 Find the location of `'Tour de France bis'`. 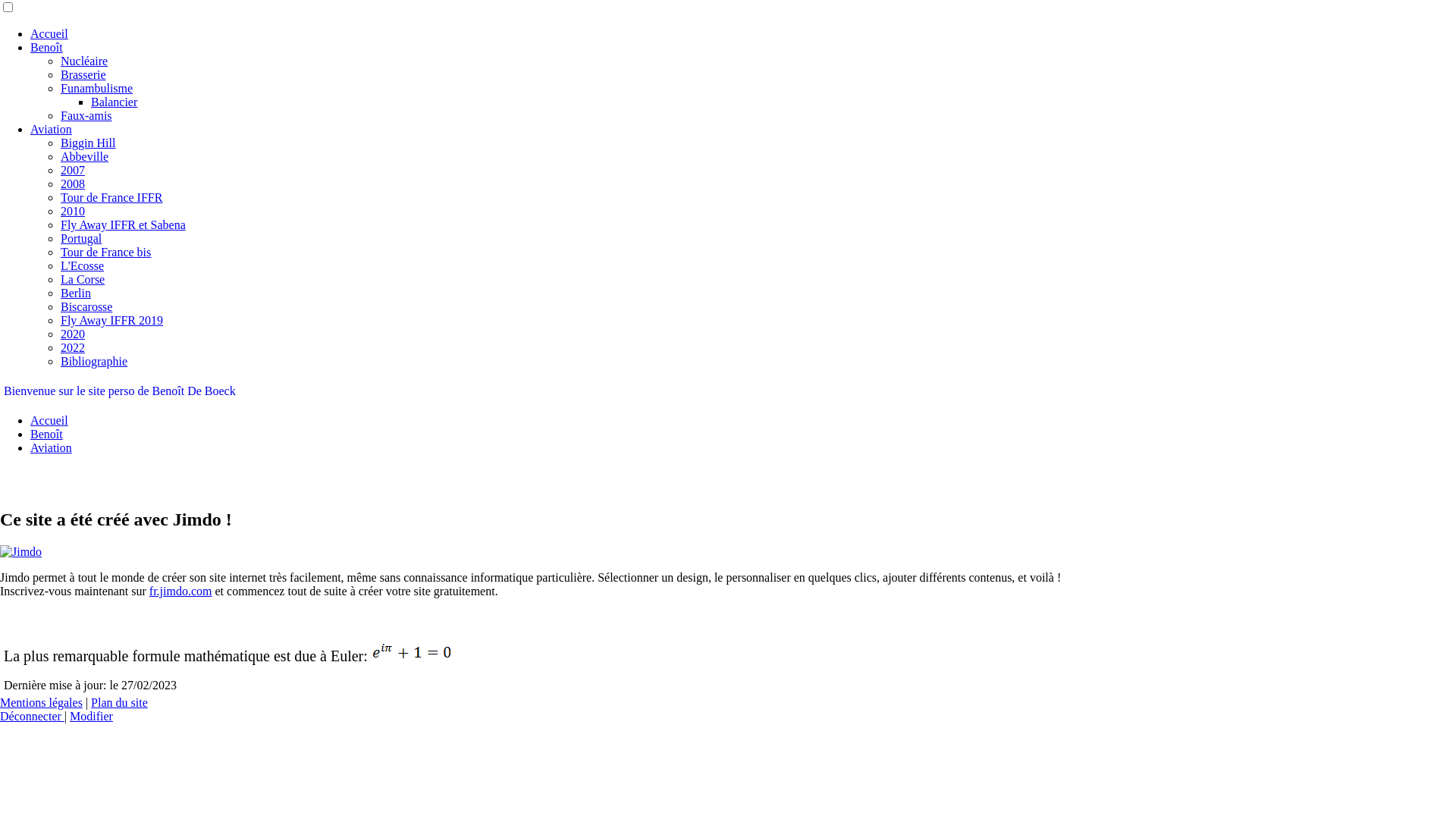

'Tour de France bis' is located at coordinates (105, 251).